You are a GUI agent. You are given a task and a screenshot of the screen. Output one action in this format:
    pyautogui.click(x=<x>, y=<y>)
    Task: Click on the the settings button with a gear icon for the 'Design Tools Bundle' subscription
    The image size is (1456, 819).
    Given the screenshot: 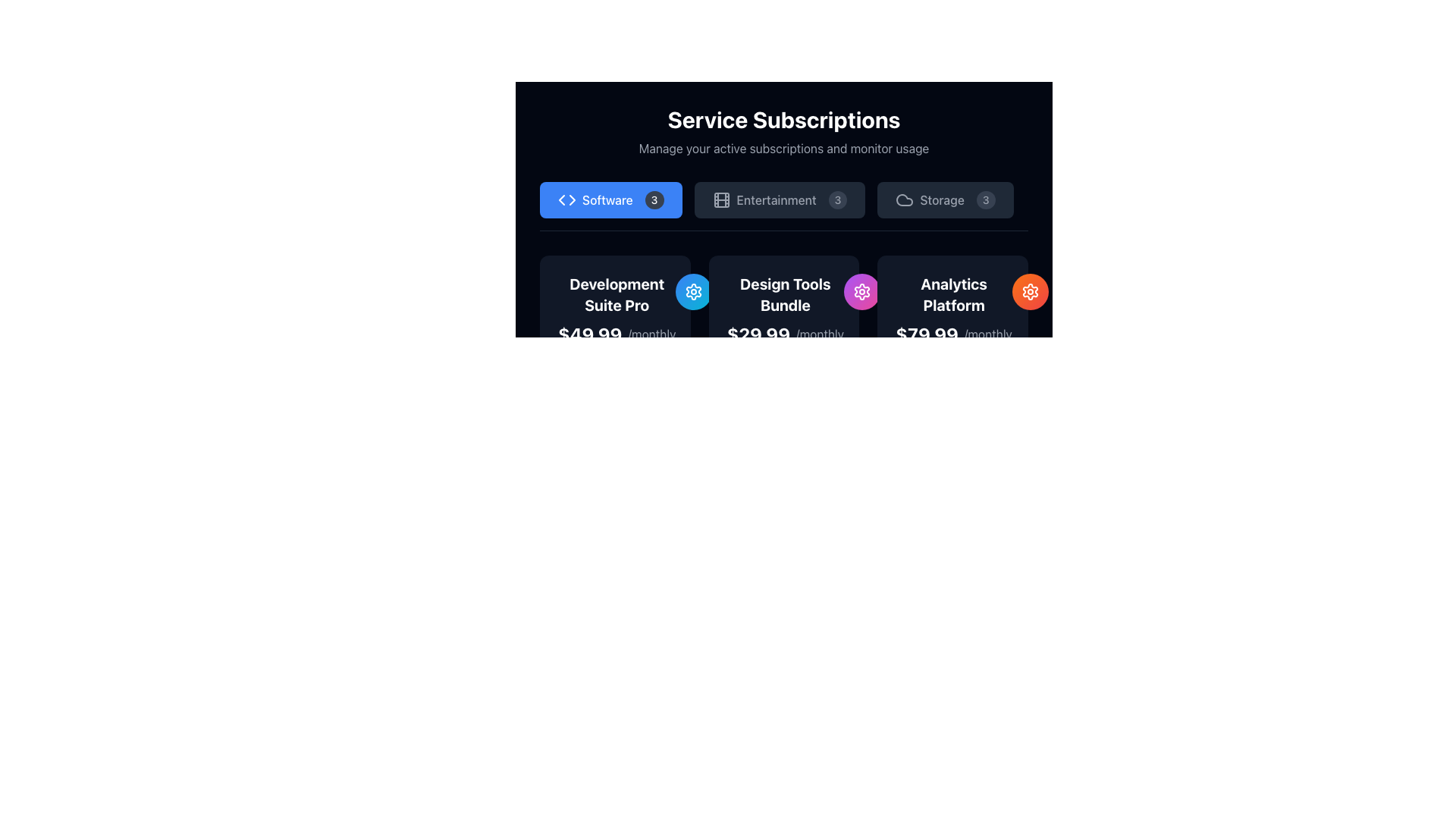 What is the action you would take?
    pyautogui.click(x=862, y=292)
    